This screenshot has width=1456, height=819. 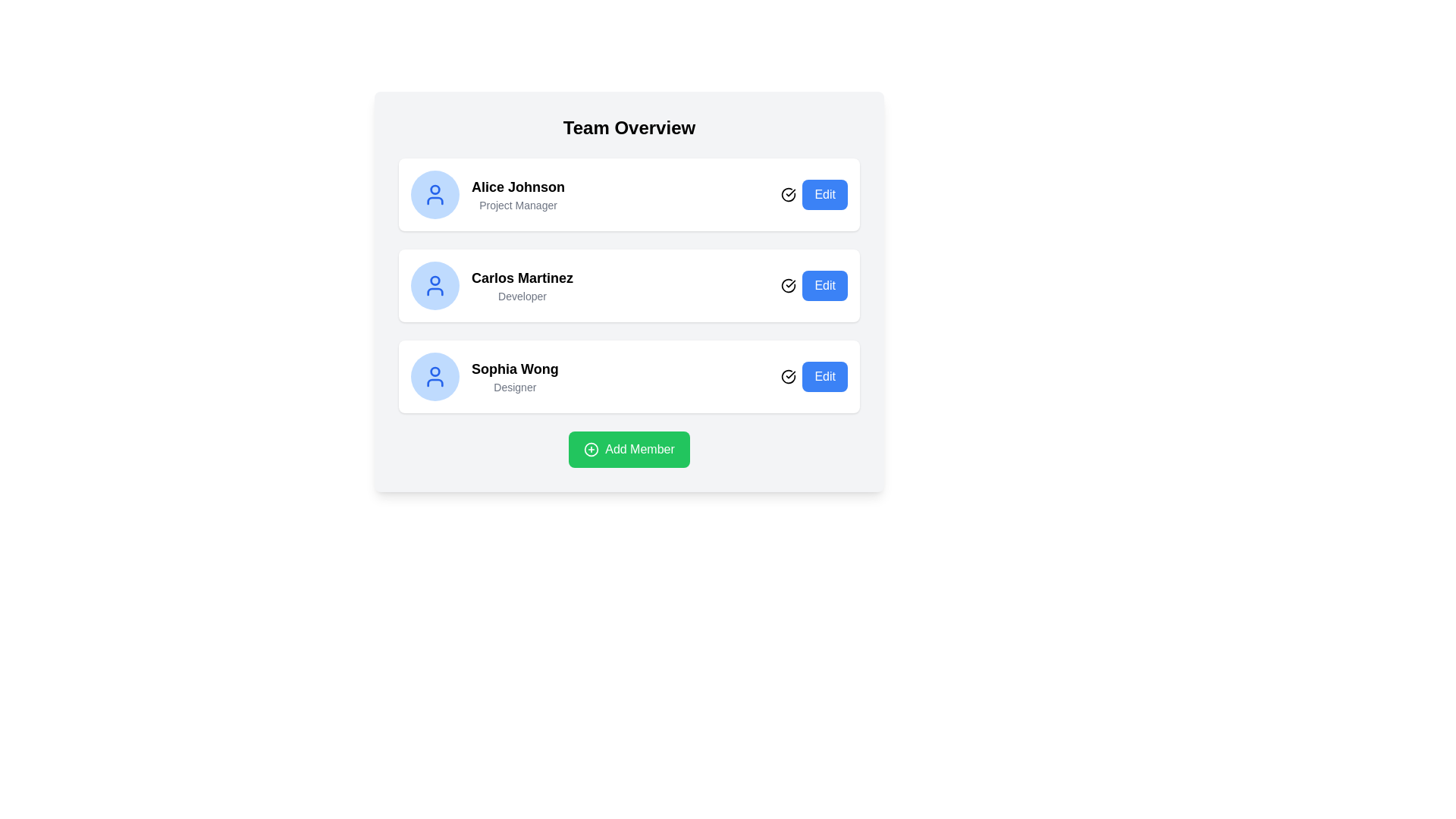 What do you see at coordinates (629, 449) in the screenshot?
I see `the button for adding a new team member` at bounding box center [629, 449].